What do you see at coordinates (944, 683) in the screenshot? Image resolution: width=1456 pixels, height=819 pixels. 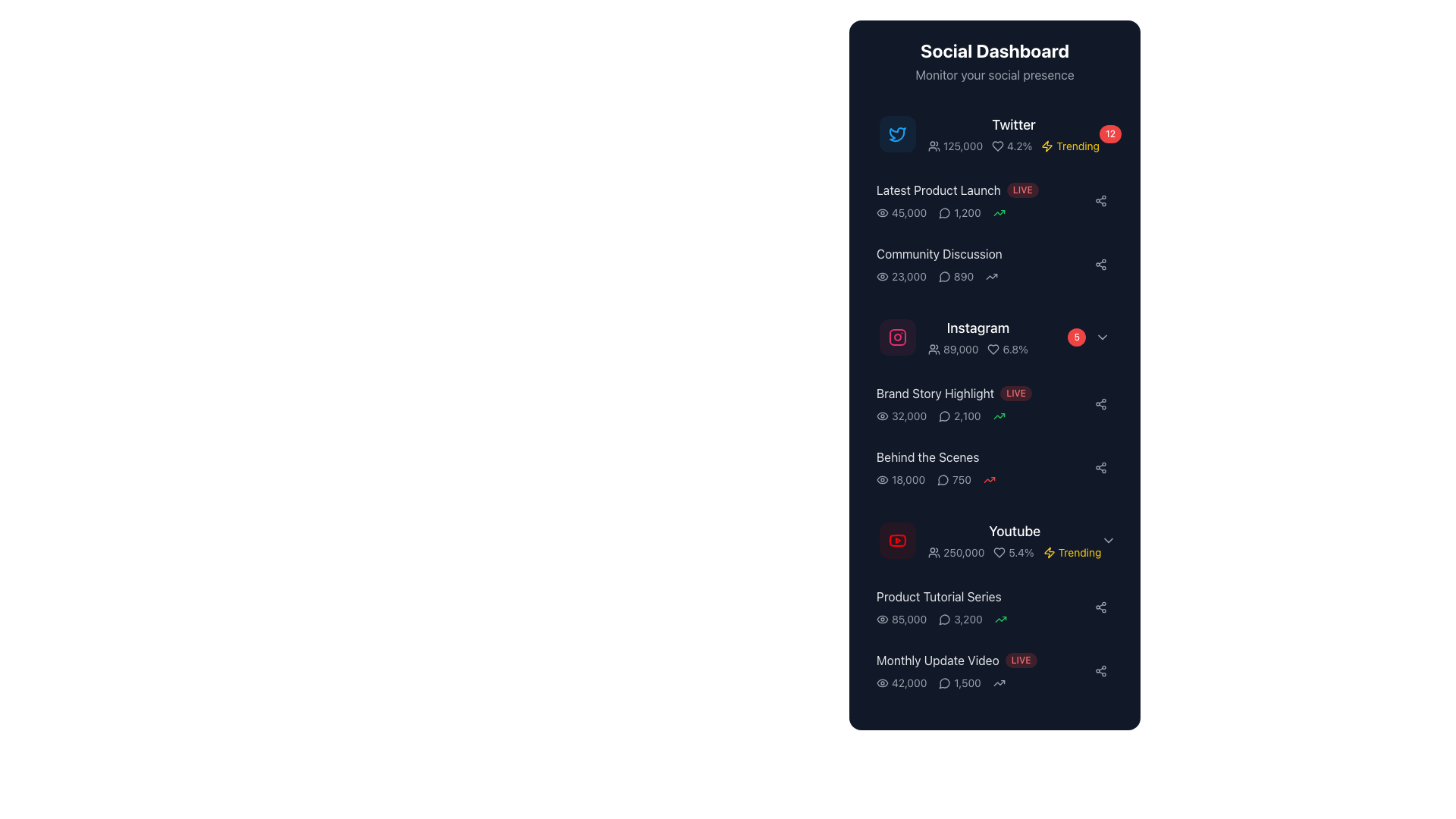 I see `the small circular speech or message bubble icon located to the left of the numeric text '1,500' in the 'Monthly Update Video' section of the list` at bounding box center [944, 683].